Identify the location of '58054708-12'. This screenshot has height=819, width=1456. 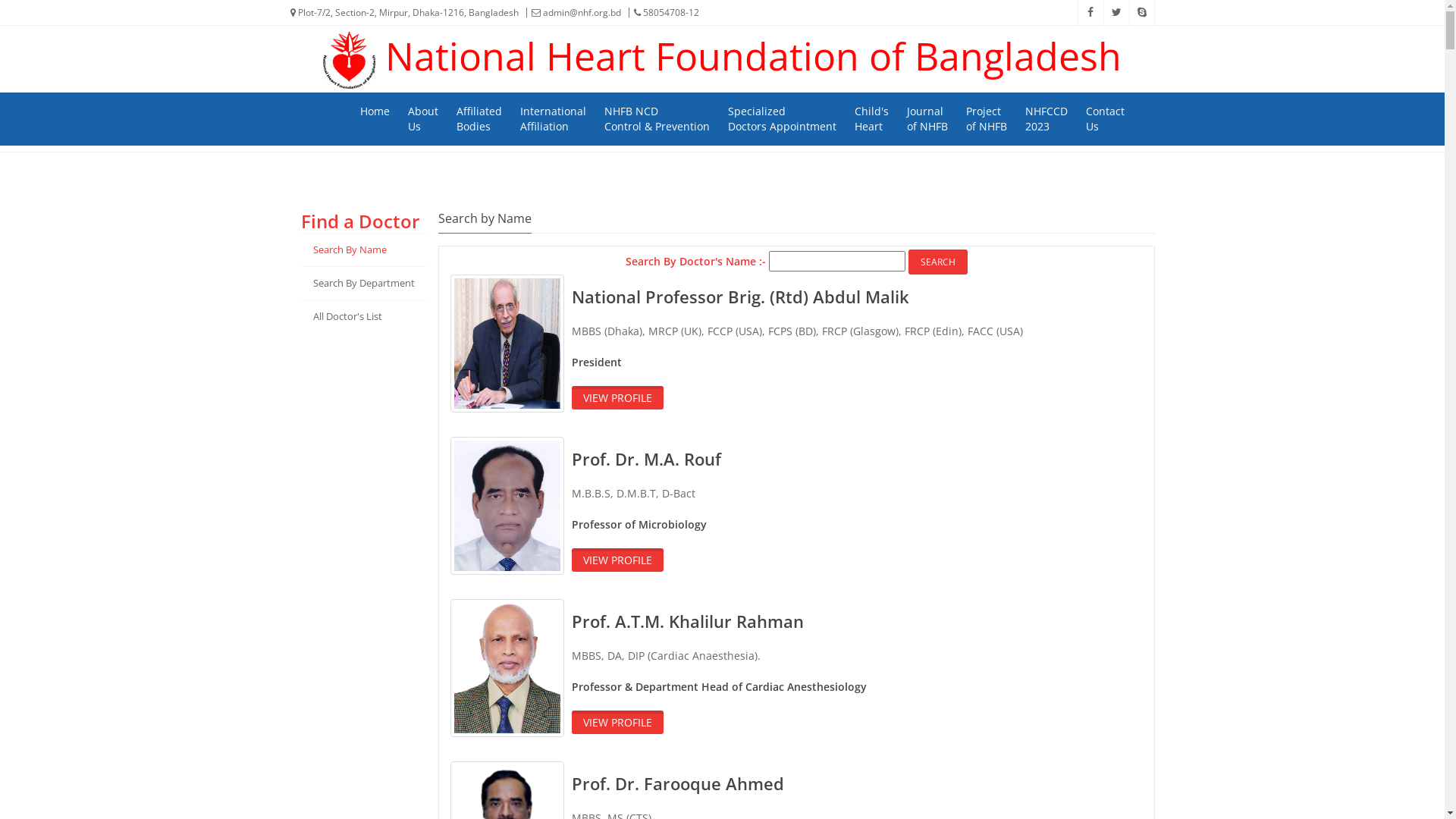
(661, 12).